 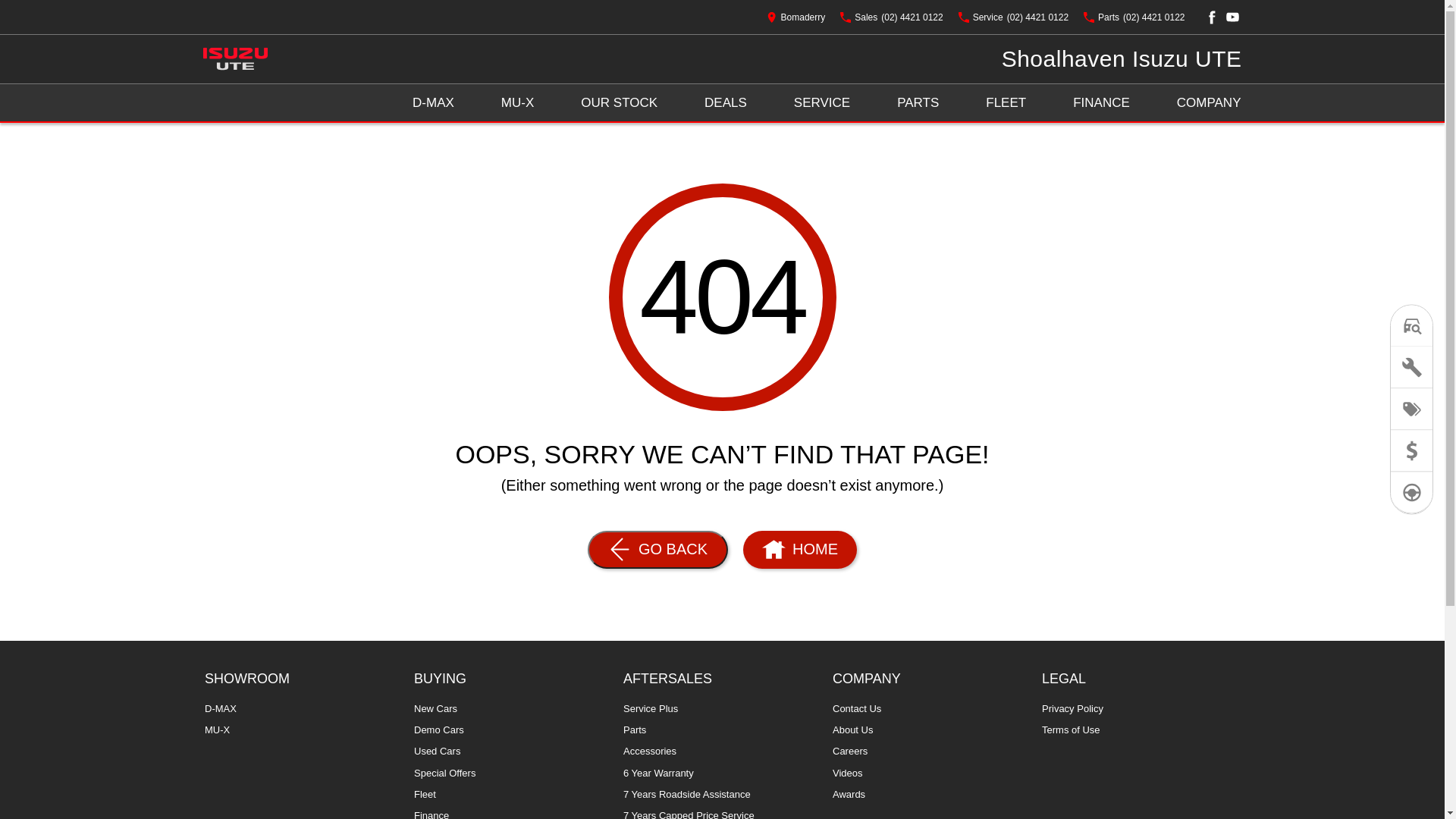 I want to click on 'SERVICE', so click(x=821, y=102).